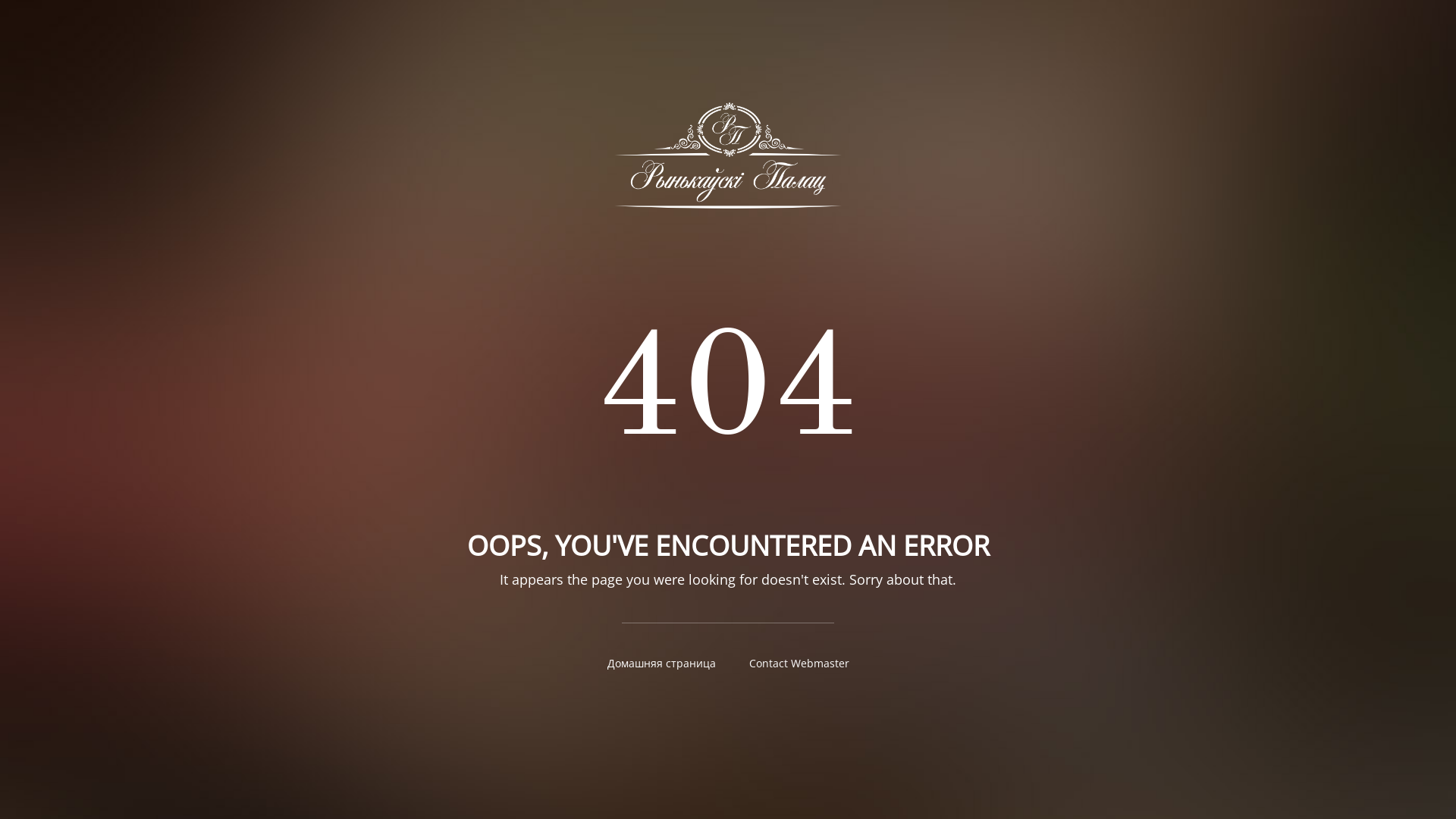 The height and width of the screenshot is (819, 1456). I want to click on 'Contact Webmaster', so click(799, 662).